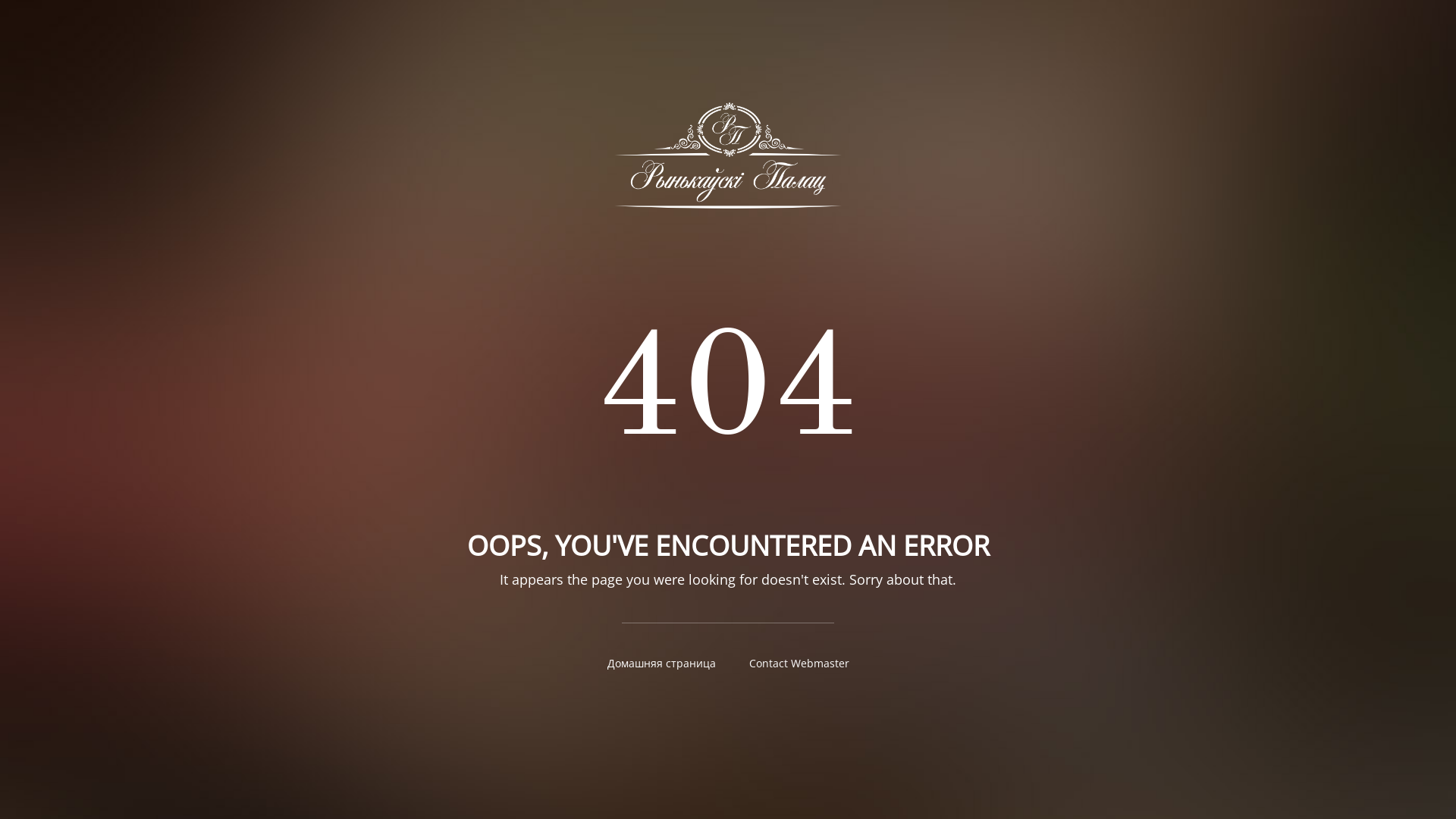 The height and width of the screenshot is (819, 1456). I want to click on 'Contact Webmaster', so click(799, 662).